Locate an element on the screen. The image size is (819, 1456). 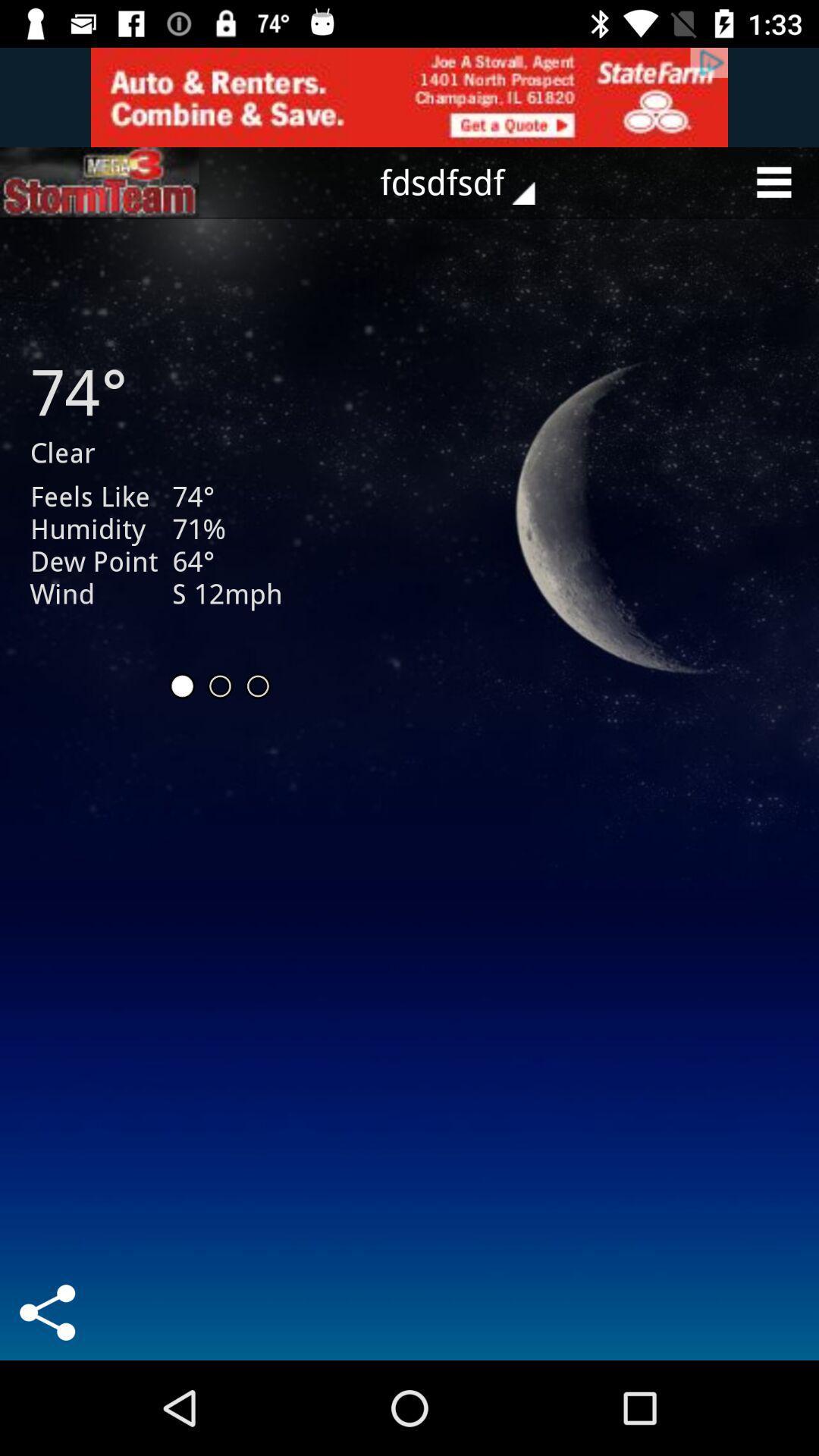
advertiser banner is located at coordinates (409, 96).